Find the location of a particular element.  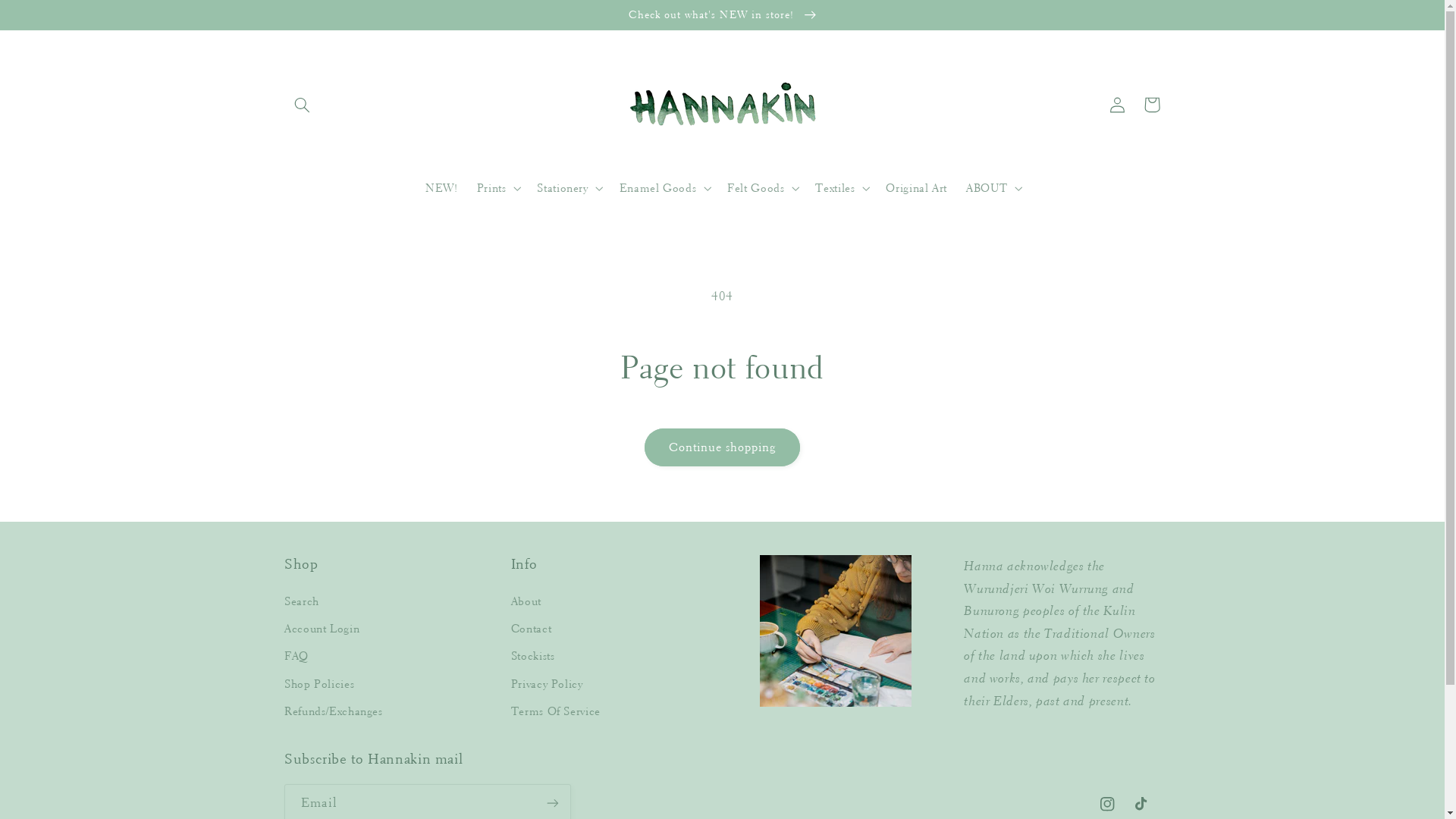

'Account Login' is located at coordinates (284, 629).